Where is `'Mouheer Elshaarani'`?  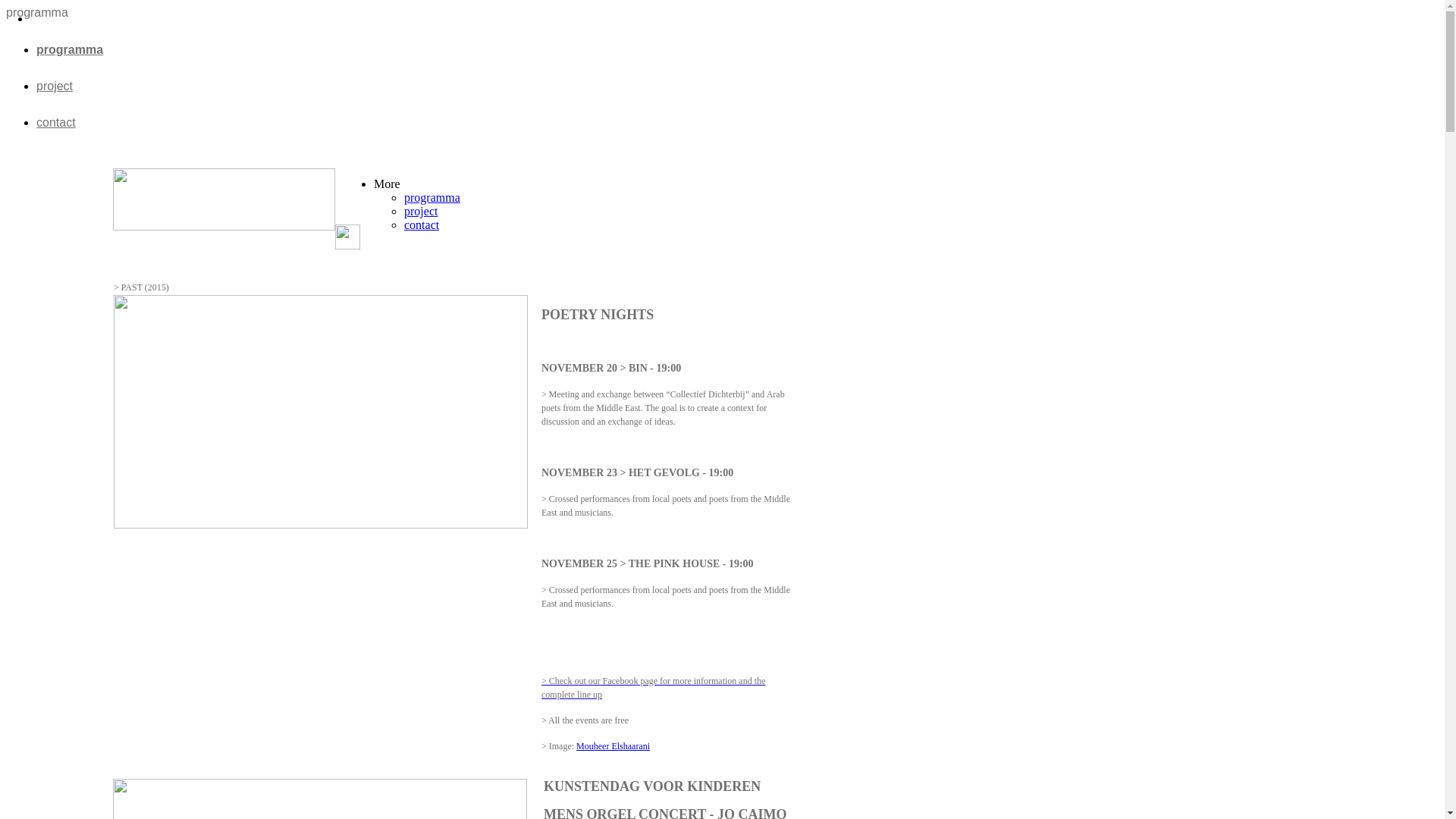
'Mouheer Elshaarani' is located at coordinates (613, 745).